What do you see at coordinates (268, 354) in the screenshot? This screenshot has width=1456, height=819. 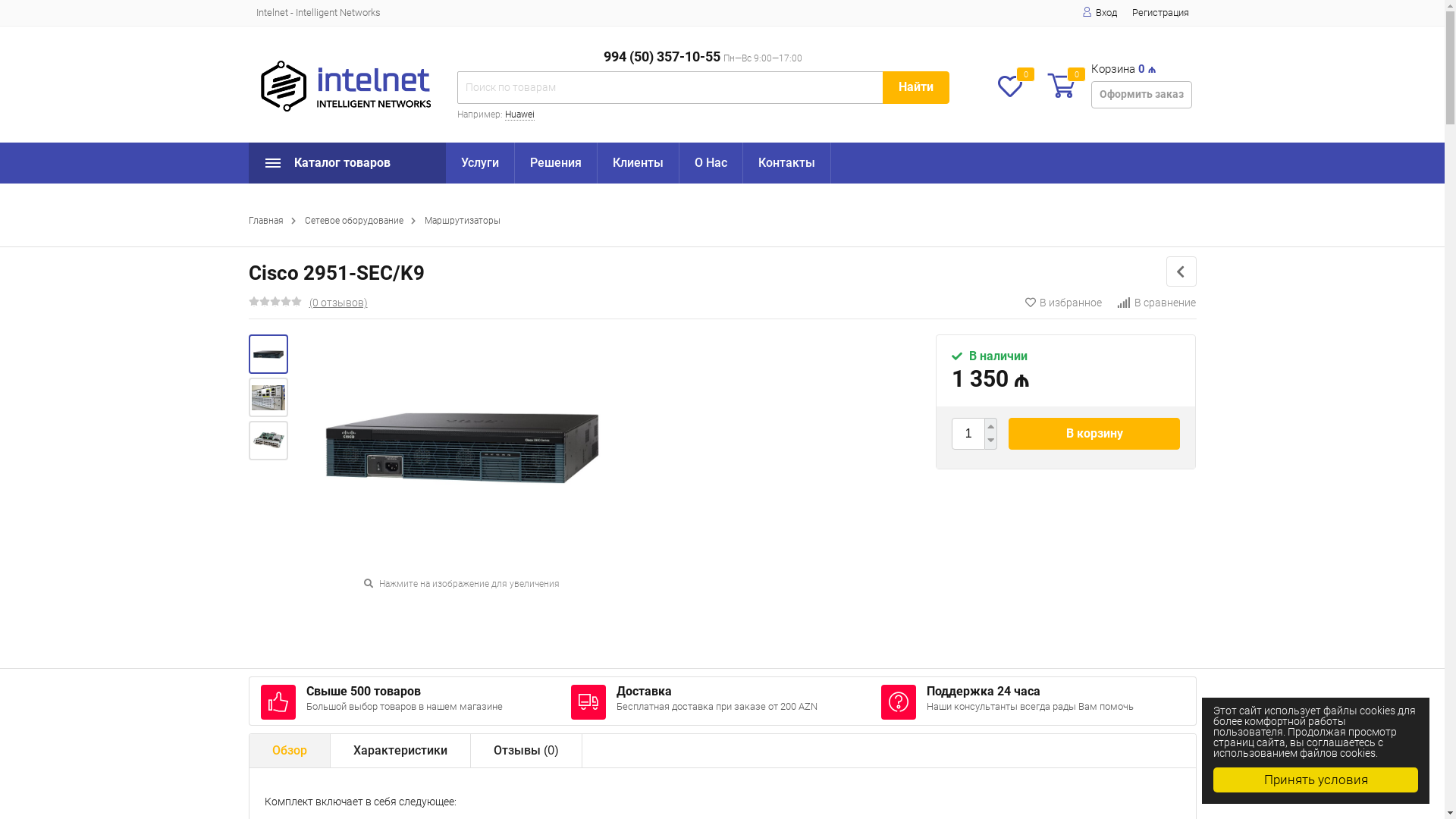 I see `'Cisco 2951-SEC/K9'` at bounding box center [268, 354].